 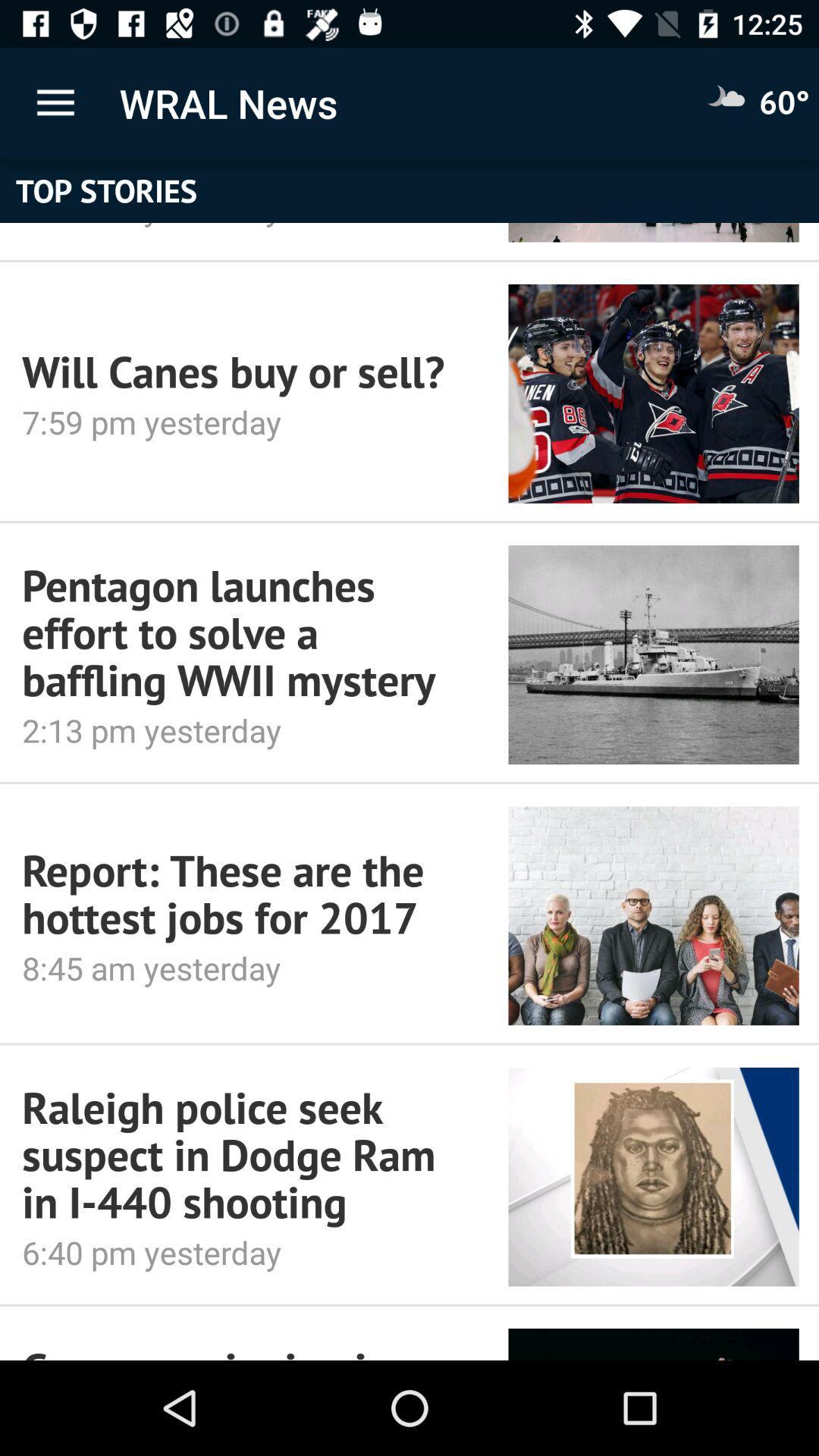 What do you see at coordinates (243, 730) in the screenshot?
I see `the 2 13 pm icon` at bounding box center [243, 730].